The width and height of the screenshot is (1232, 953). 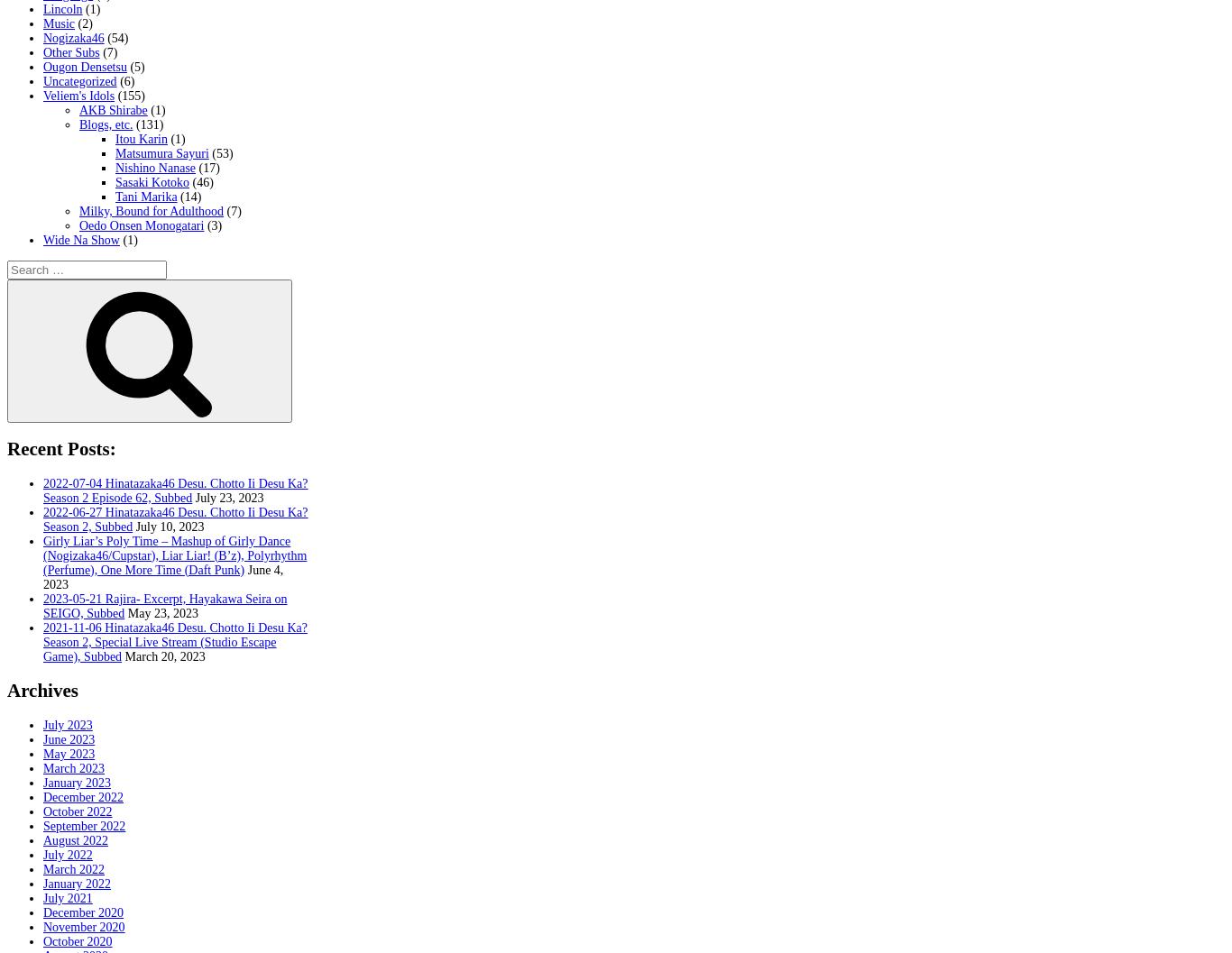 I want to click on 'Matsumura Sayuri', so click(x=161, y=153).